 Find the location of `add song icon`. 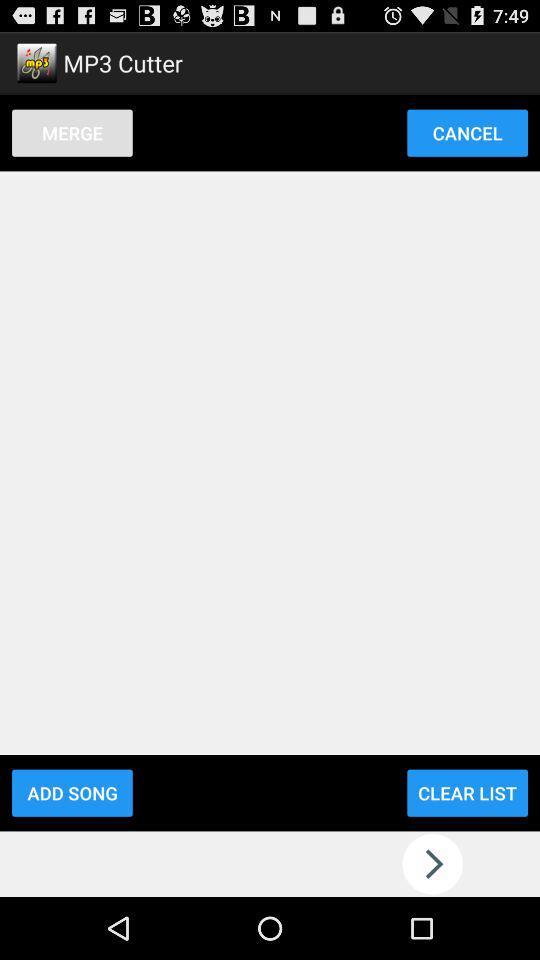

add song icon is located at coordinates (71, 793).